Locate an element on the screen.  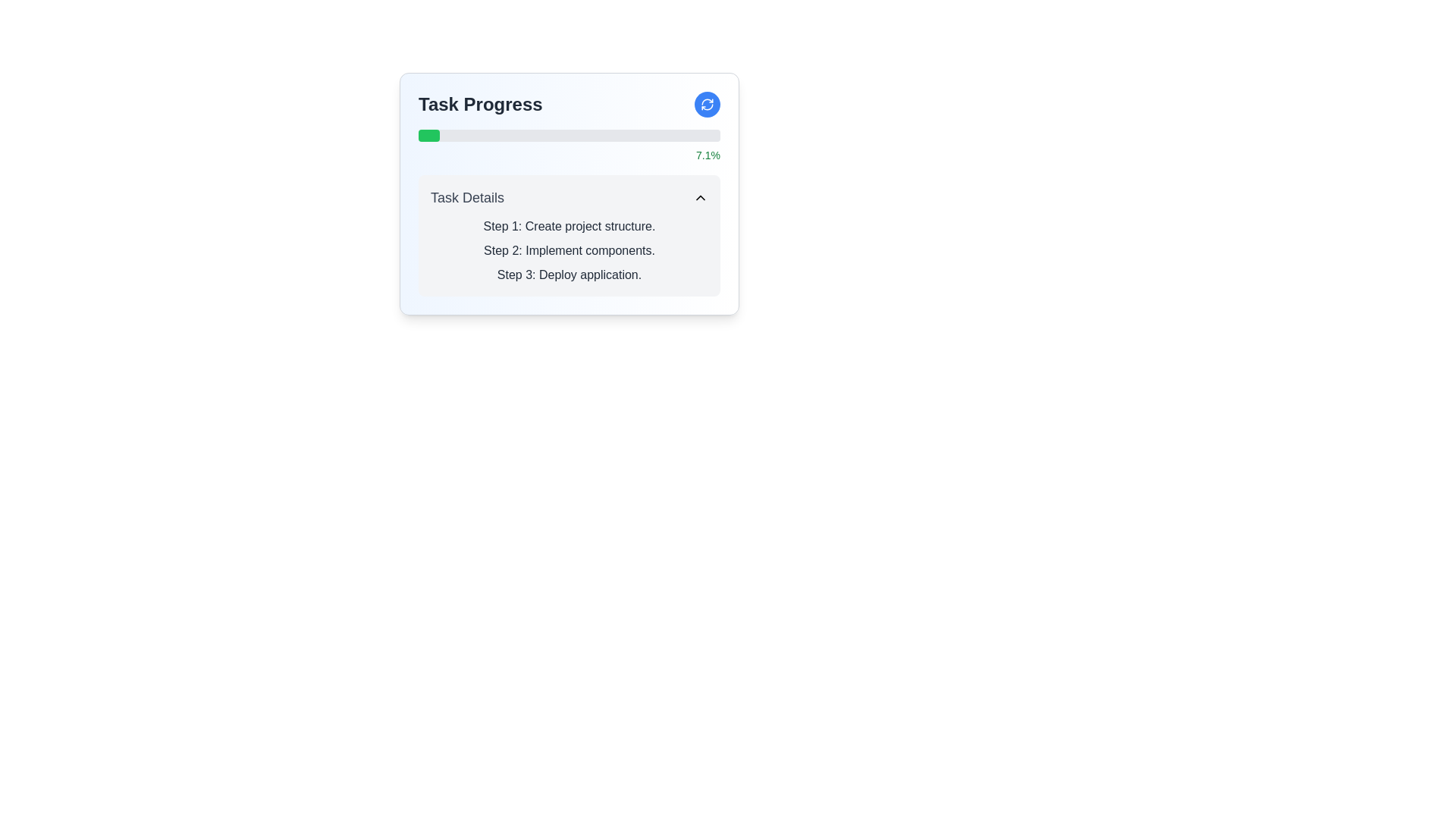
the Interactive SVG icon (chevron) located at the top-right corner of the 'Task Details' section is located at coordinates (700, 197).